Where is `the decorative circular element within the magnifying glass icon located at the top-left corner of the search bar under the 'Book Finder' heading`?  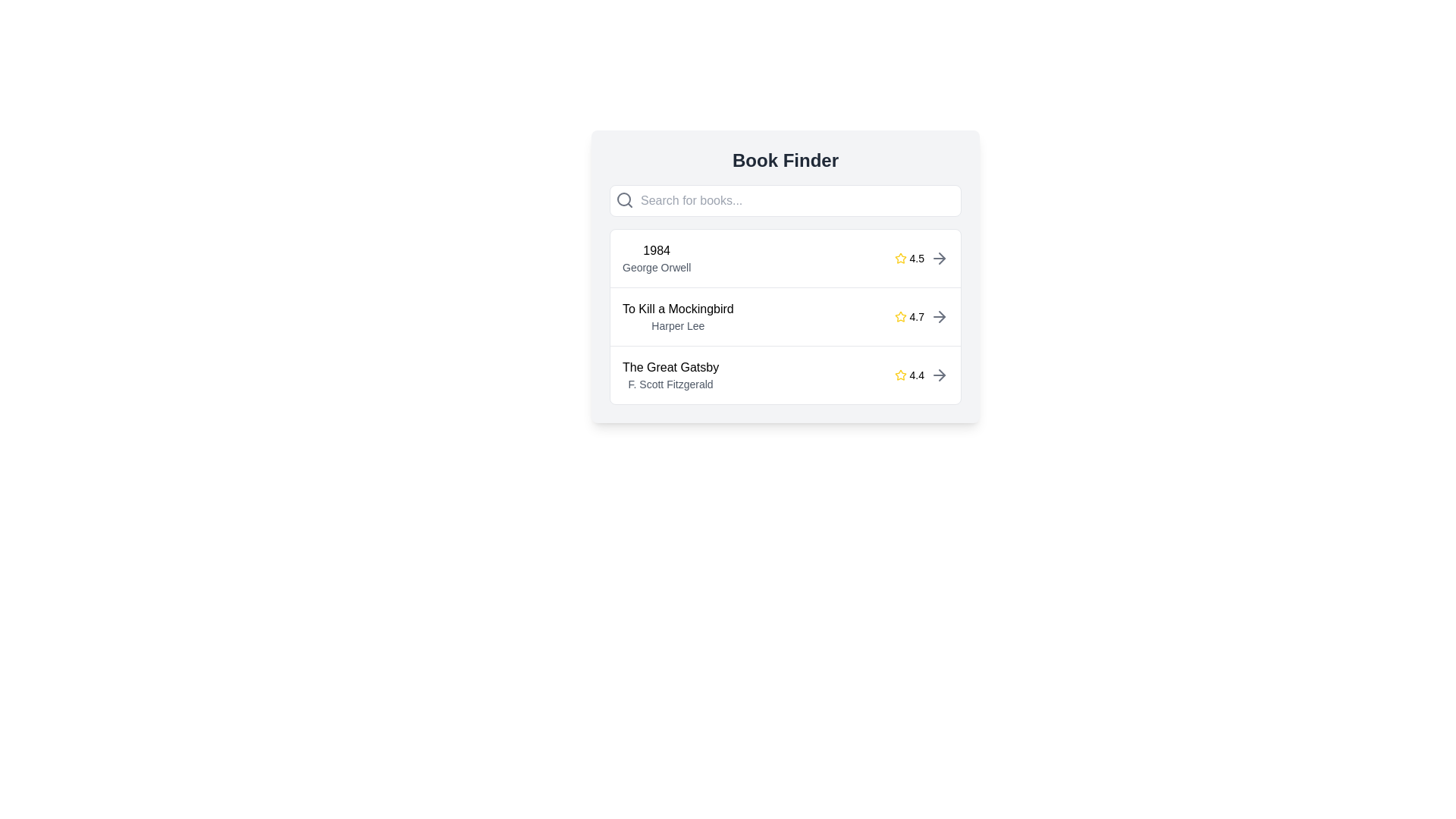 the decorative circular element within the magnifying glass icon located at the top-left corner of the search bar under the 'Book Finder' heading is located at coordinates (623, 198).